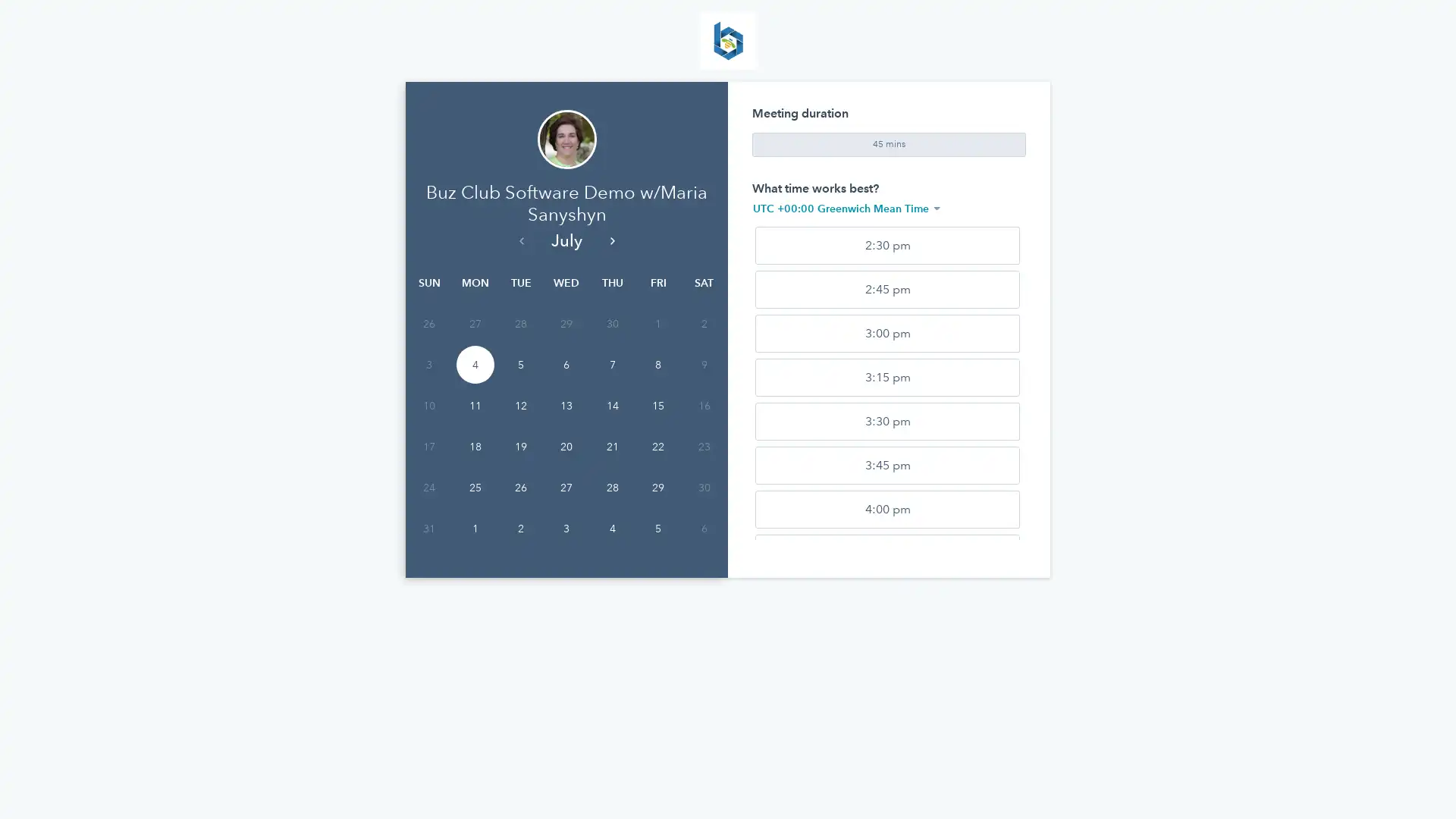  What do you see at coordinates (473, 446) in the screenshot?
I see `July 18th` at bounding box center [473, 446].